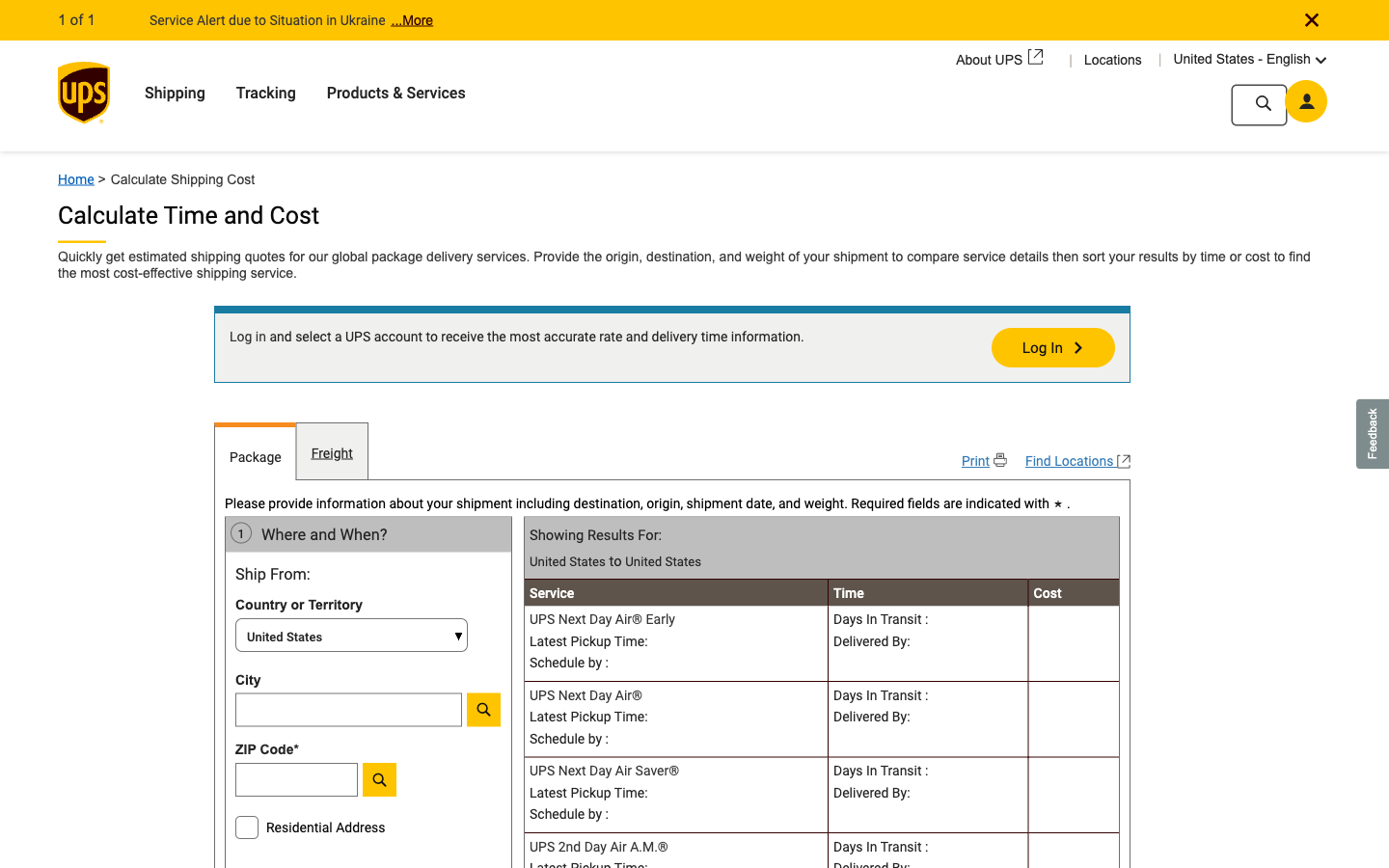 The height and width of the screenshot is (868, 1389). I want to click on Extract the data present in the "City" field, so click(350, 708).